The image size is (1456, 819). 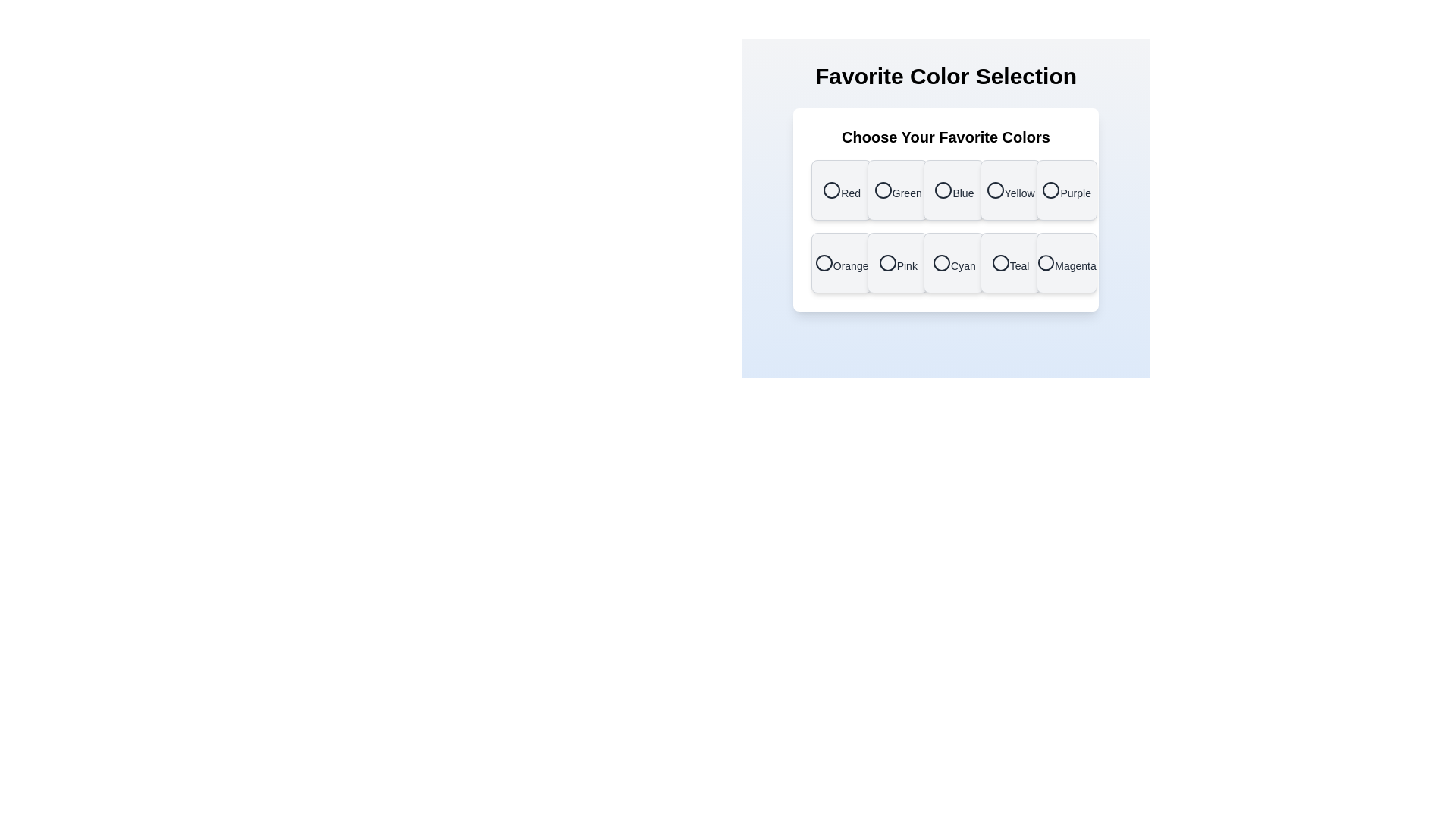 What do you see at coordinates (1010, 262) in the screenshot?
I see `the color Teal` at bounding box center [1010, 262].